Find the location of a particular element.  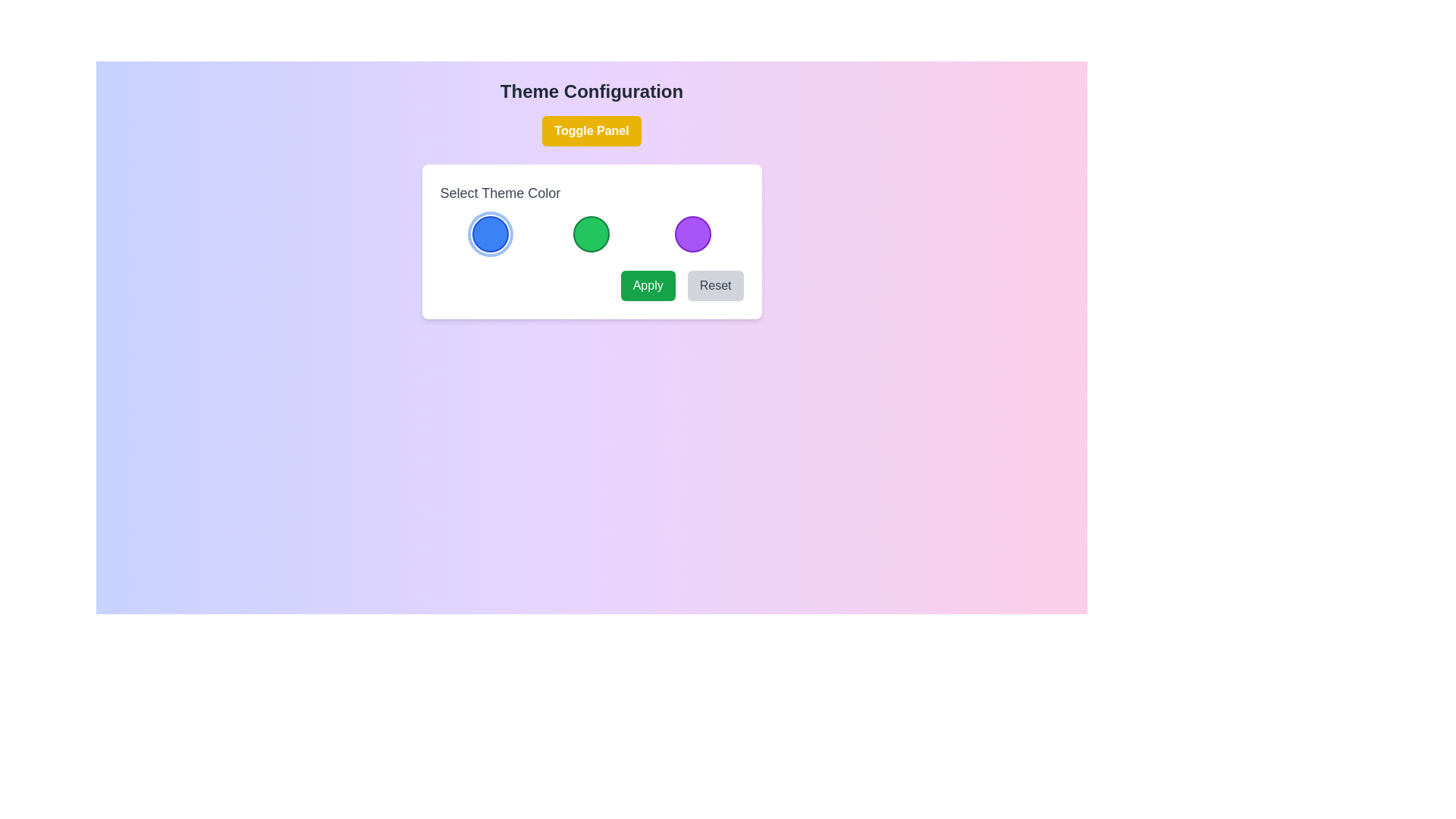

the leftmost circular button that serves as a selectable color option is located at coordinates (491, 234).